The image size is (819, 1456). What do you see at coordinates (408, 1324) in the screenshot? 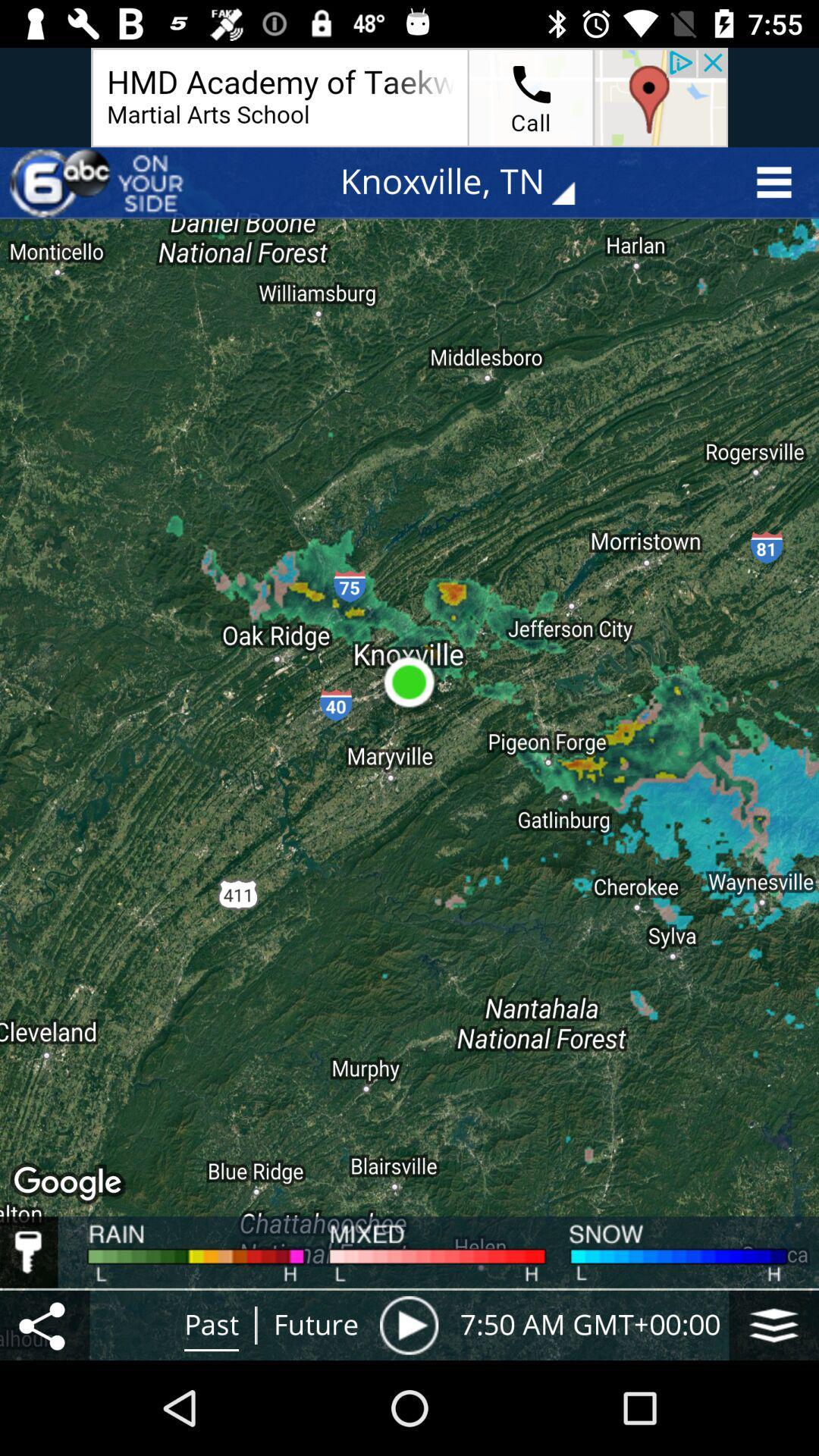
I see `icon to the left of the 7 50 am` at bounding box center [408, 1324].